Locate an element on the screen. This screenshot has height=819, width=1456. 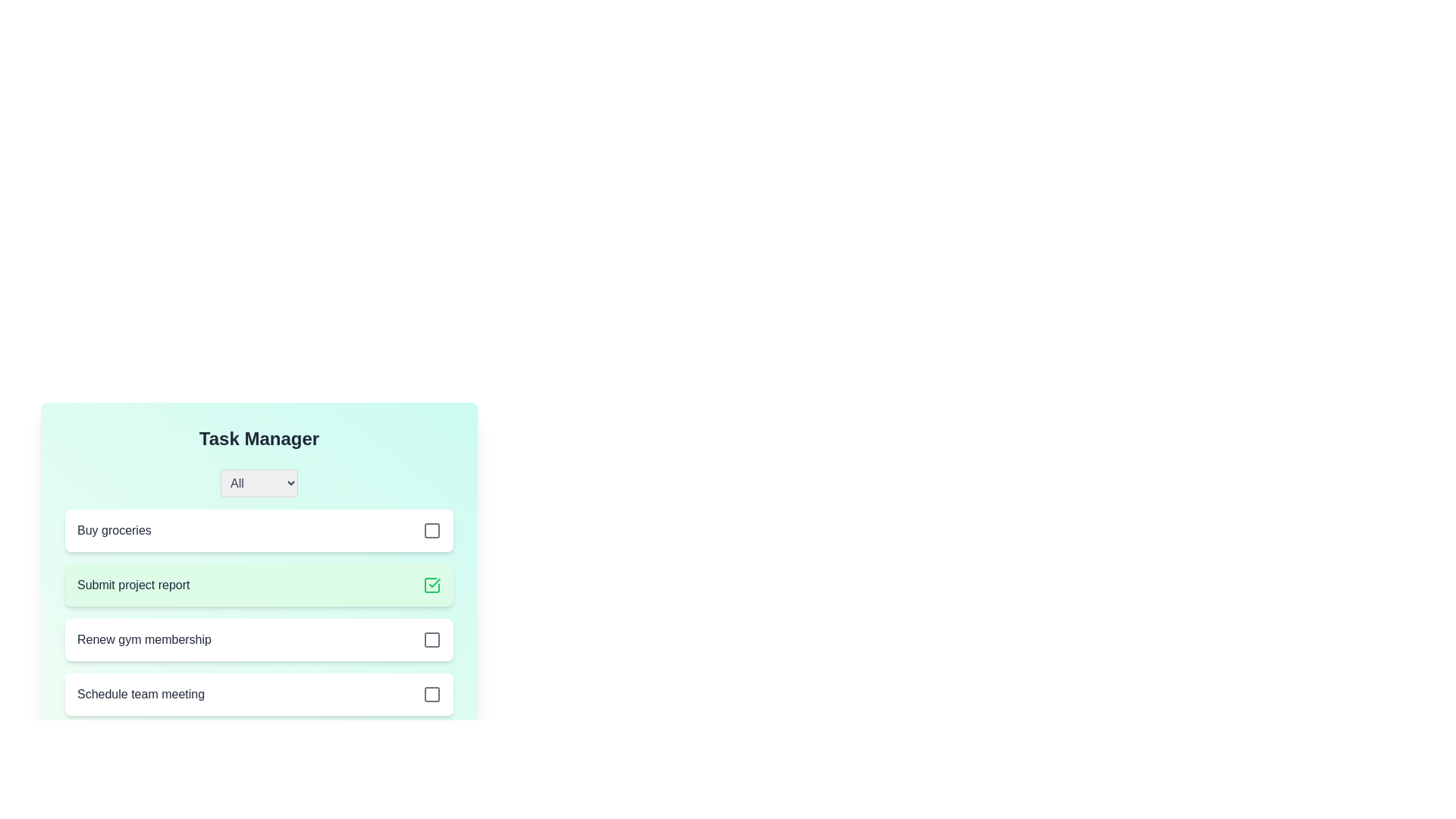
the checkbox of the task titled 'Submit project report' to toggle its completion status is located at coordinates (431, 584).